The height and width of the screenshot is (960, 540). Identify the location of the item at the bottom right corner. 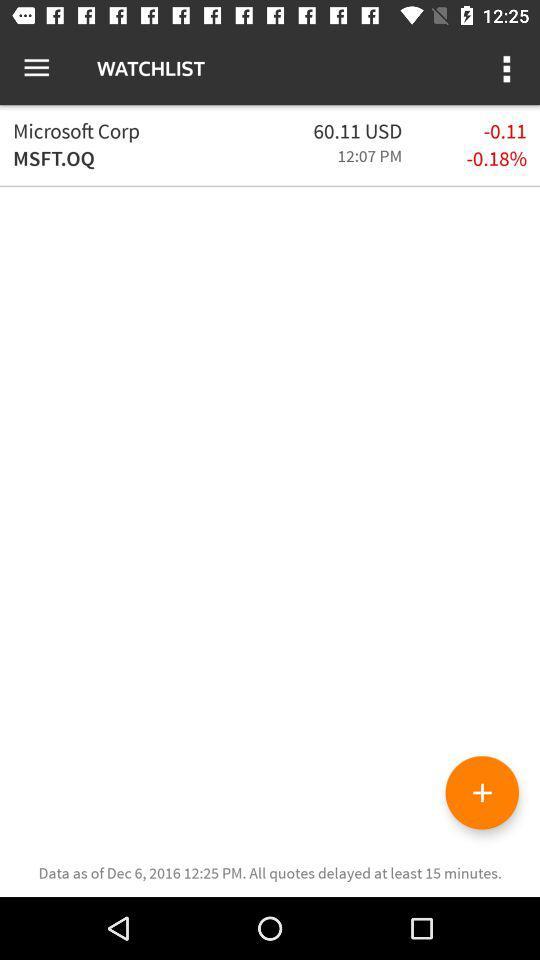
(481, 792).